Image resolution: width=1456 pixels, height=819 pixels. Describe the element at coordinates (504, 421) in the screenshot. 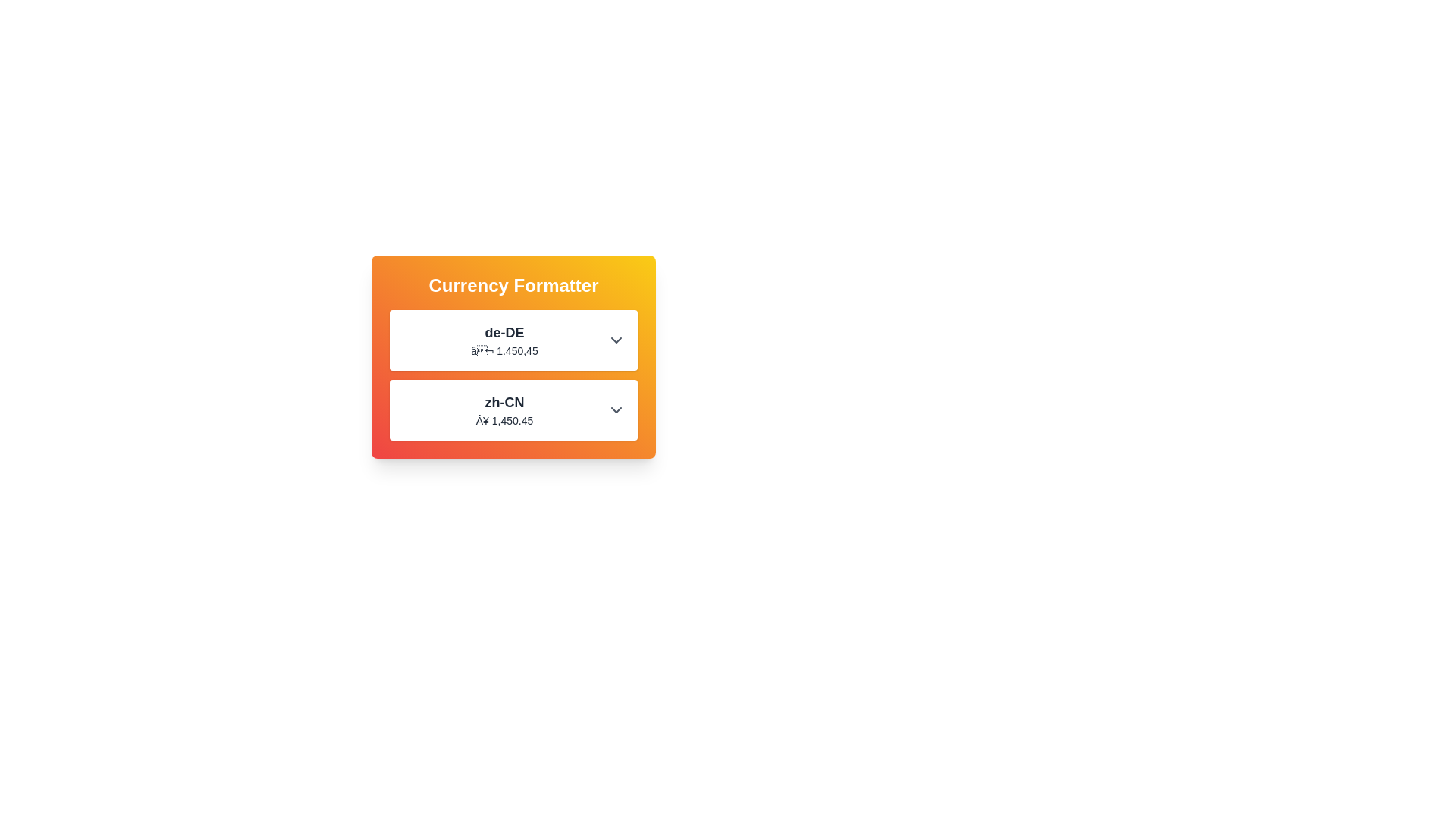

I see `the Text label that displays a currency value, positioned below the 'zh-CN' label within a card` at that location.